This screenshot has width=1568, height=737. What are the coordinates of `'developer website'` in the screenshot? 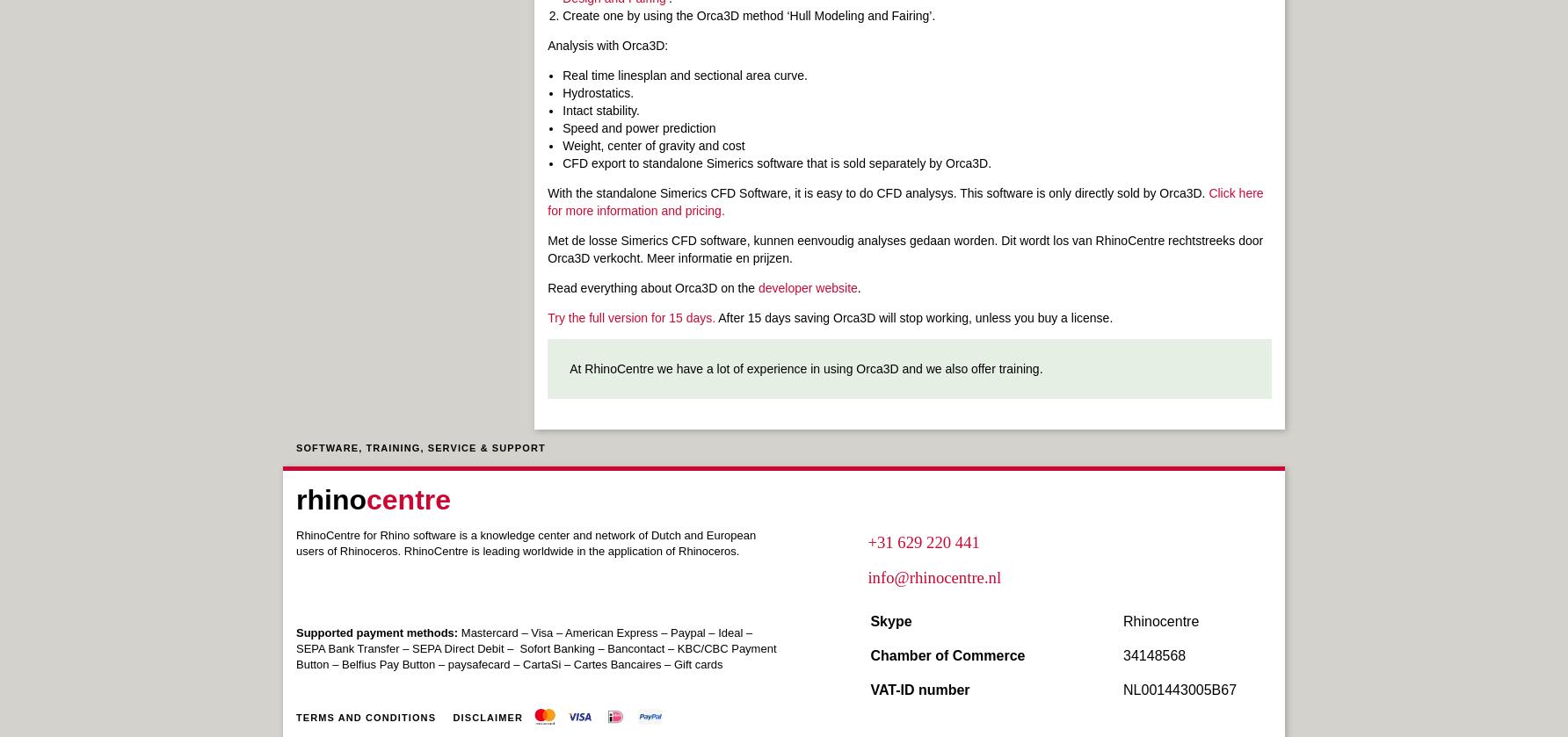 It's located at (807, 287).